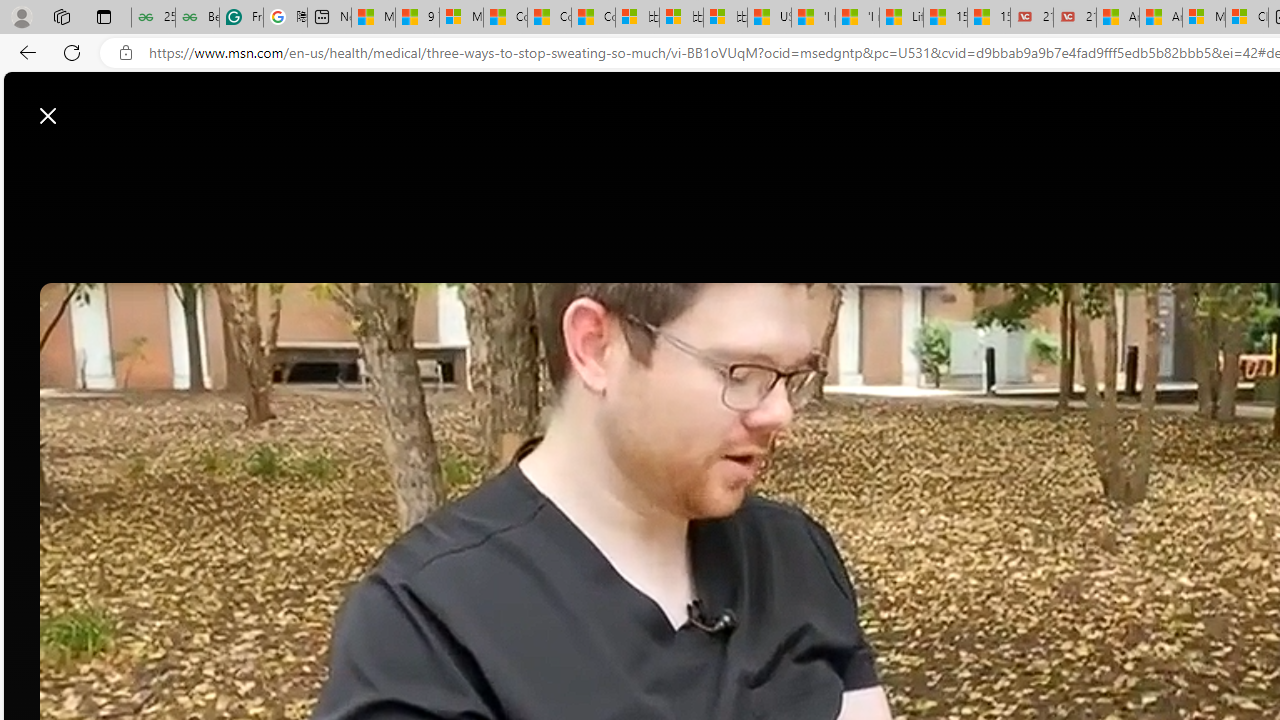 The width and height of the screenshot is (1280, 720). I want to click on '15 Ways Modern Life Contradicts the Teachings of Jesus', so click(988, 17).